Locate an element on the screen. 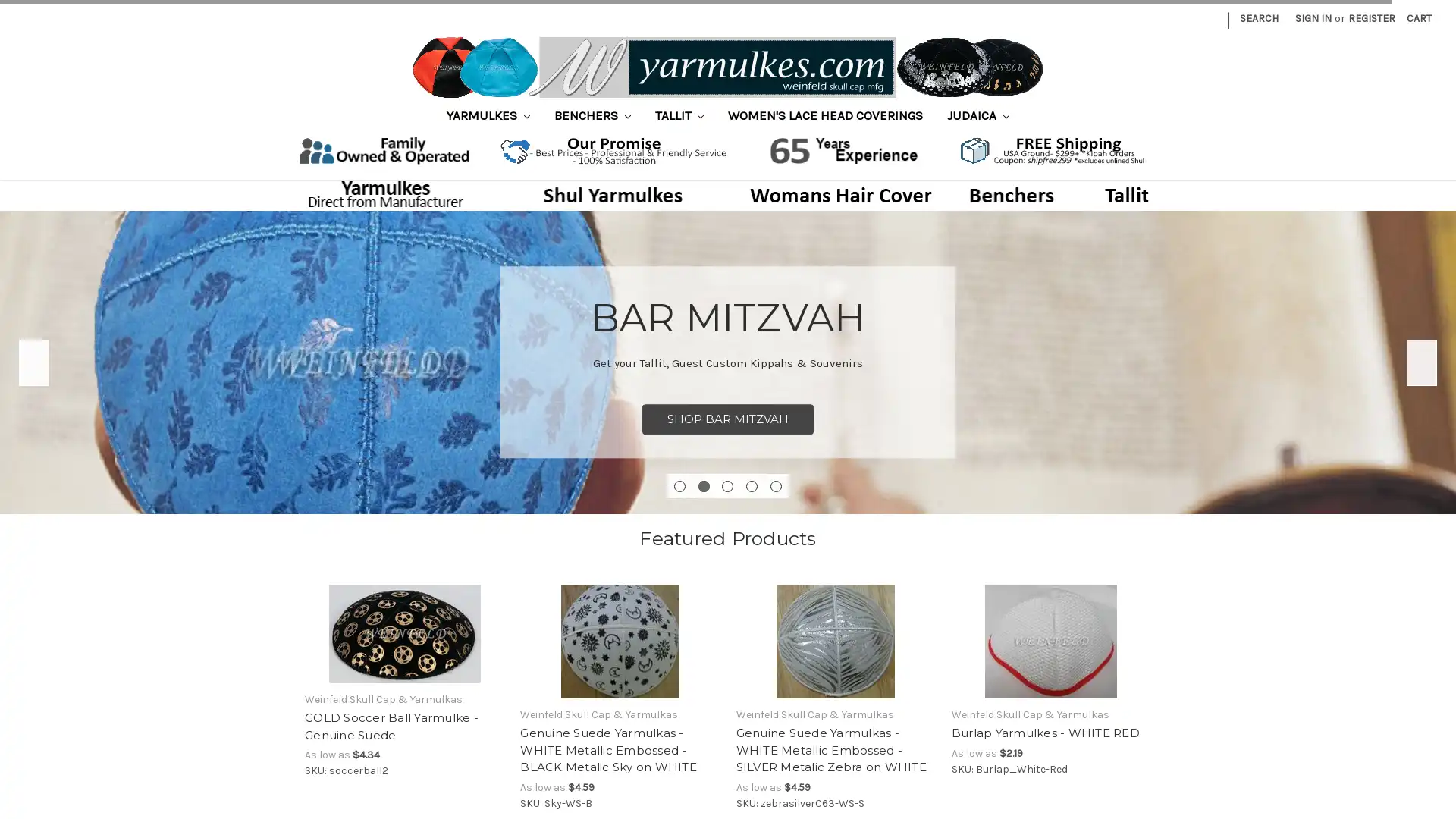 Image resolution: width=1456 pixels, height=819 pixels. previous is located at coordinates (33, 362).